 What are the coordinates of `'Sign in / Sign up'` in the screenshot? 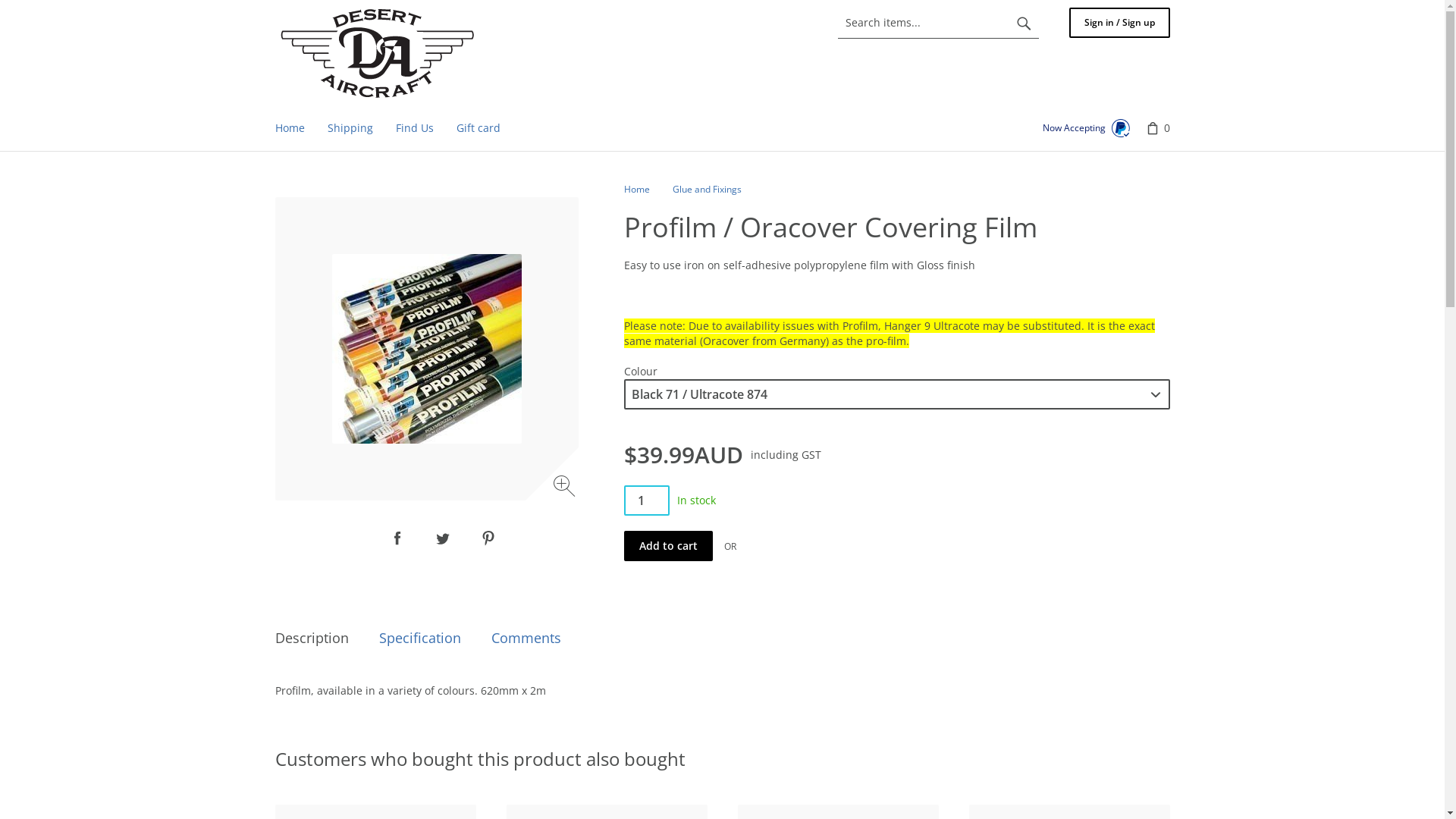 It's located at (1119, 23).